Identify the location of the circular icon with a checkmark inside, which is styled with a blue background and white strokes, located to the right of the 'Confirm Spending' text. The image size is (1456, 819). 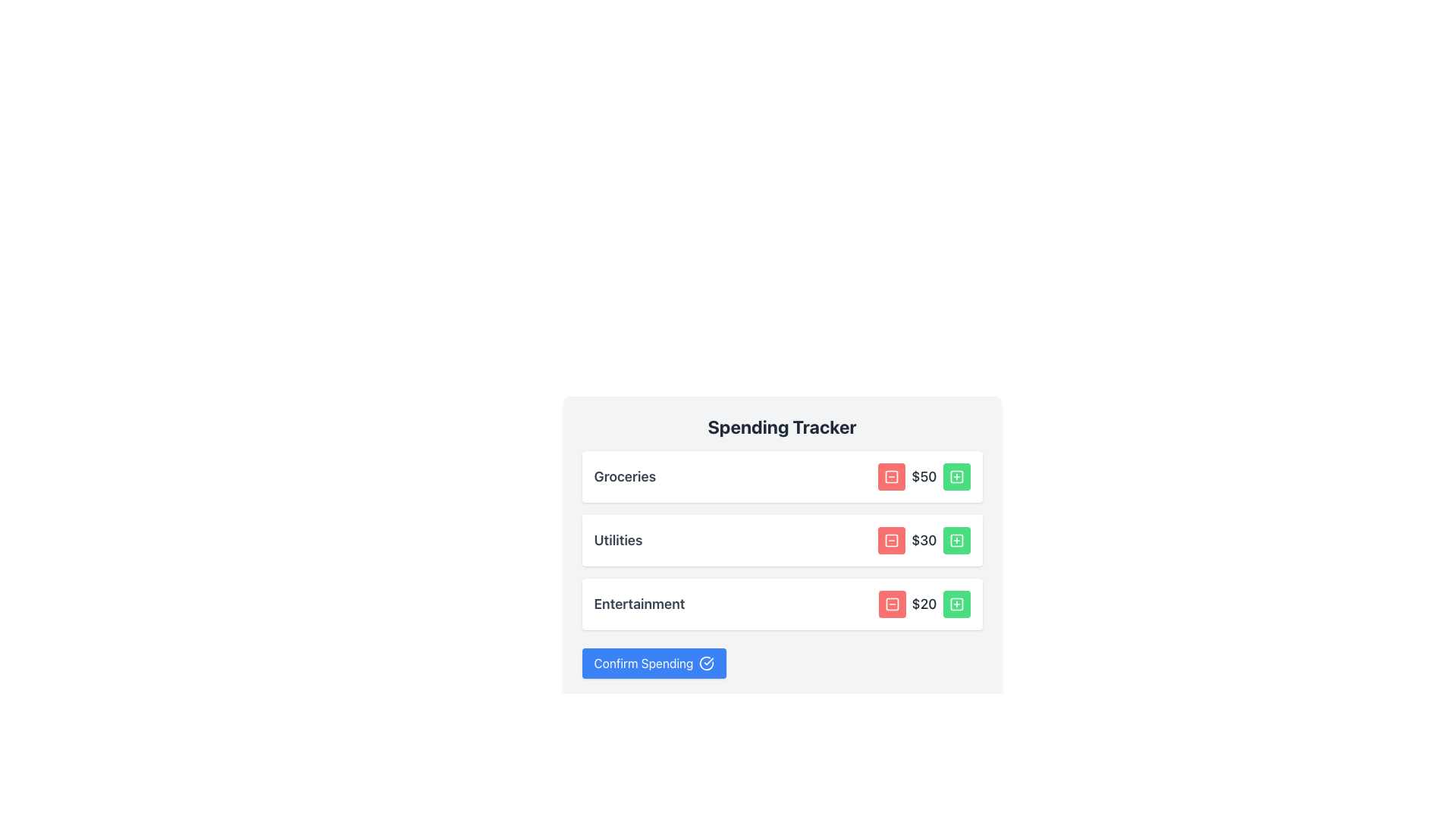
(706, 663).